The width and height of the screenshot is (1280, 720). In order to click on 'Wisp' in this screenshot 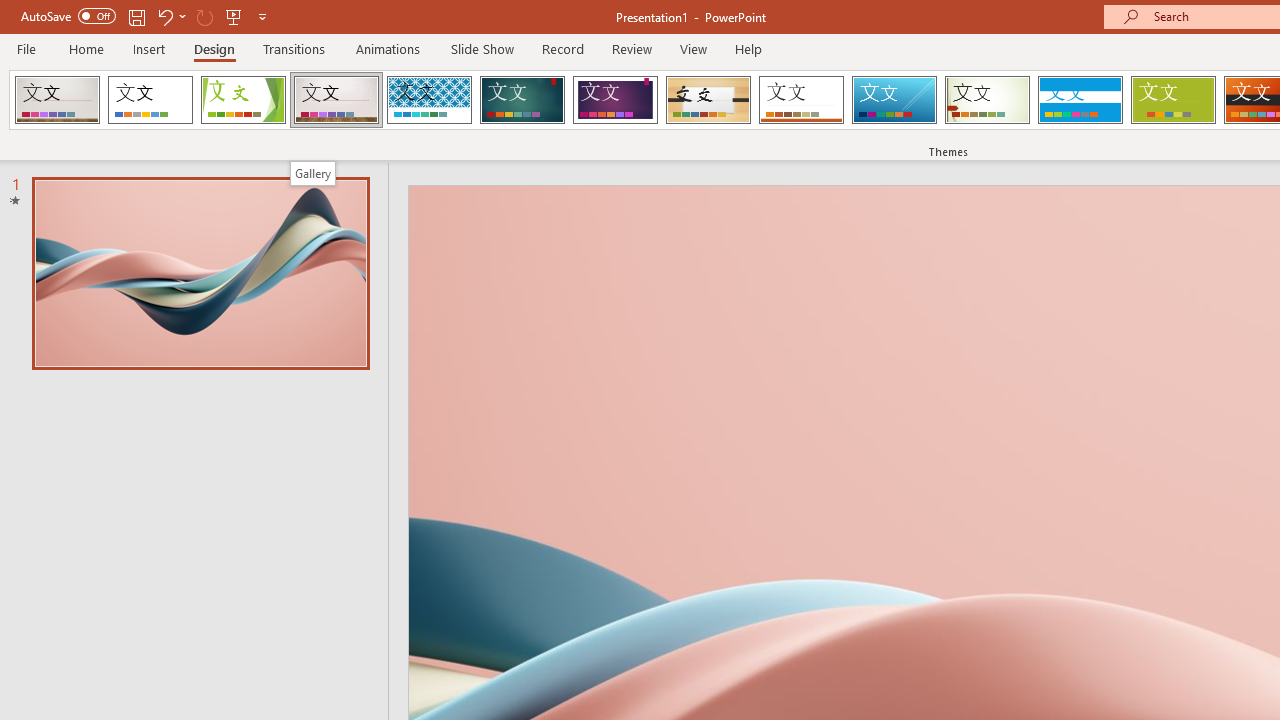, I will do `click(987, 100)`.